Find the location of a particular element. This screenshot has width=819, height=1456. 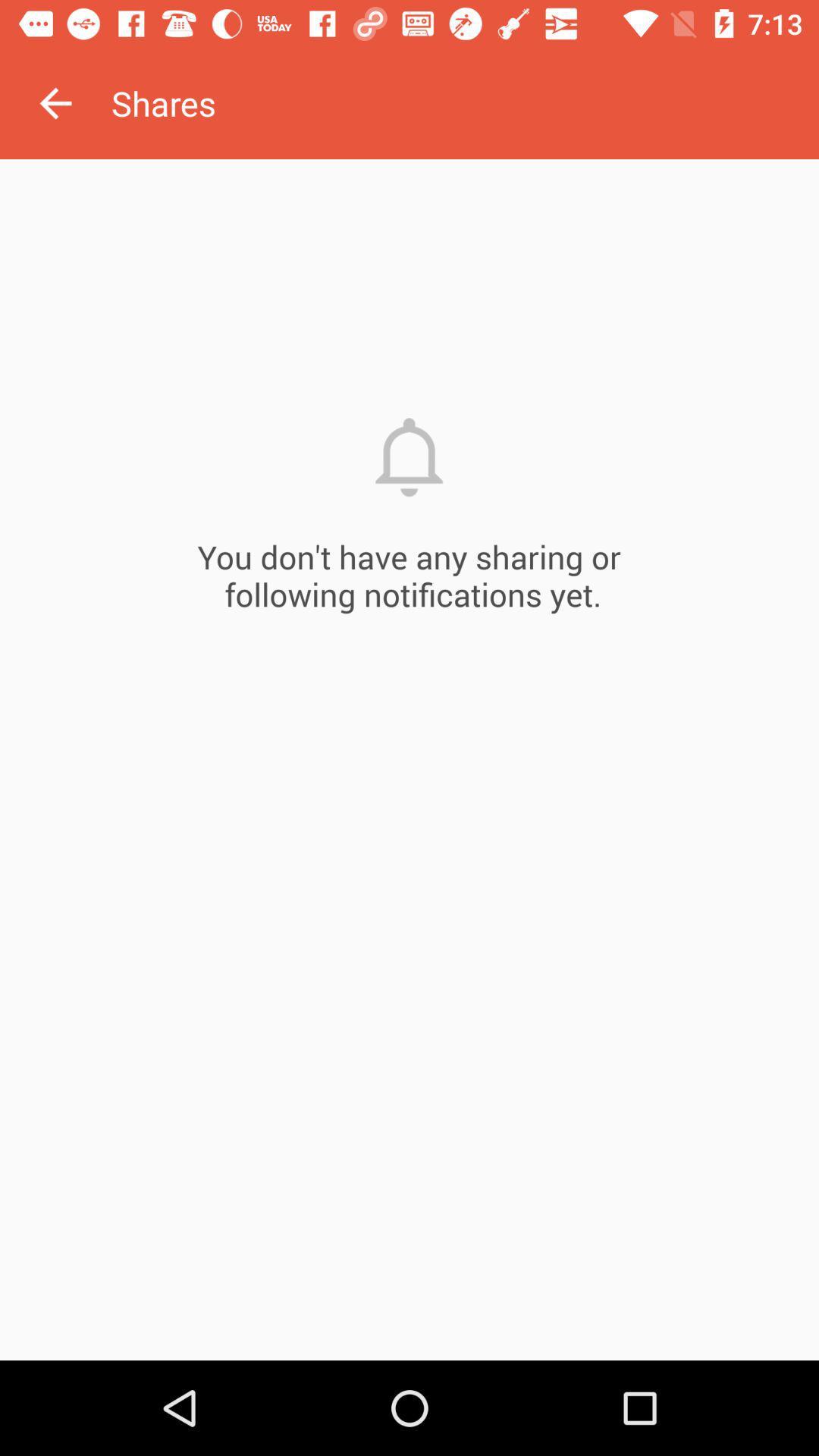

the item next to the shares icon is located at coordinates (55, 102).